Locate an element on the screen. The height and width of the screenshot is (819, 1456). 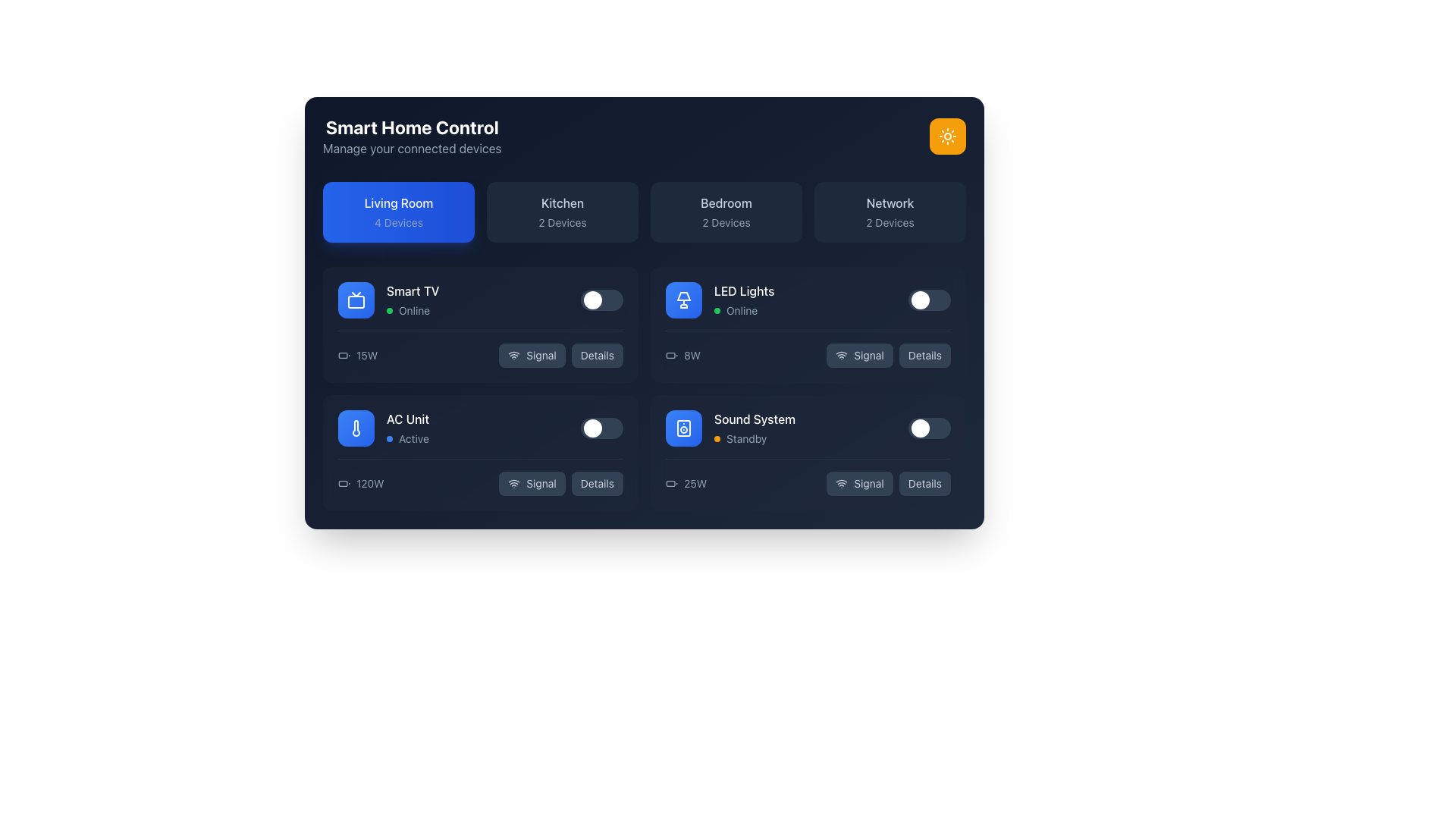
the static text label 'AC Unit' which identifies the air conditioning unit in the smart home interface is located at coordinates (407, 419).